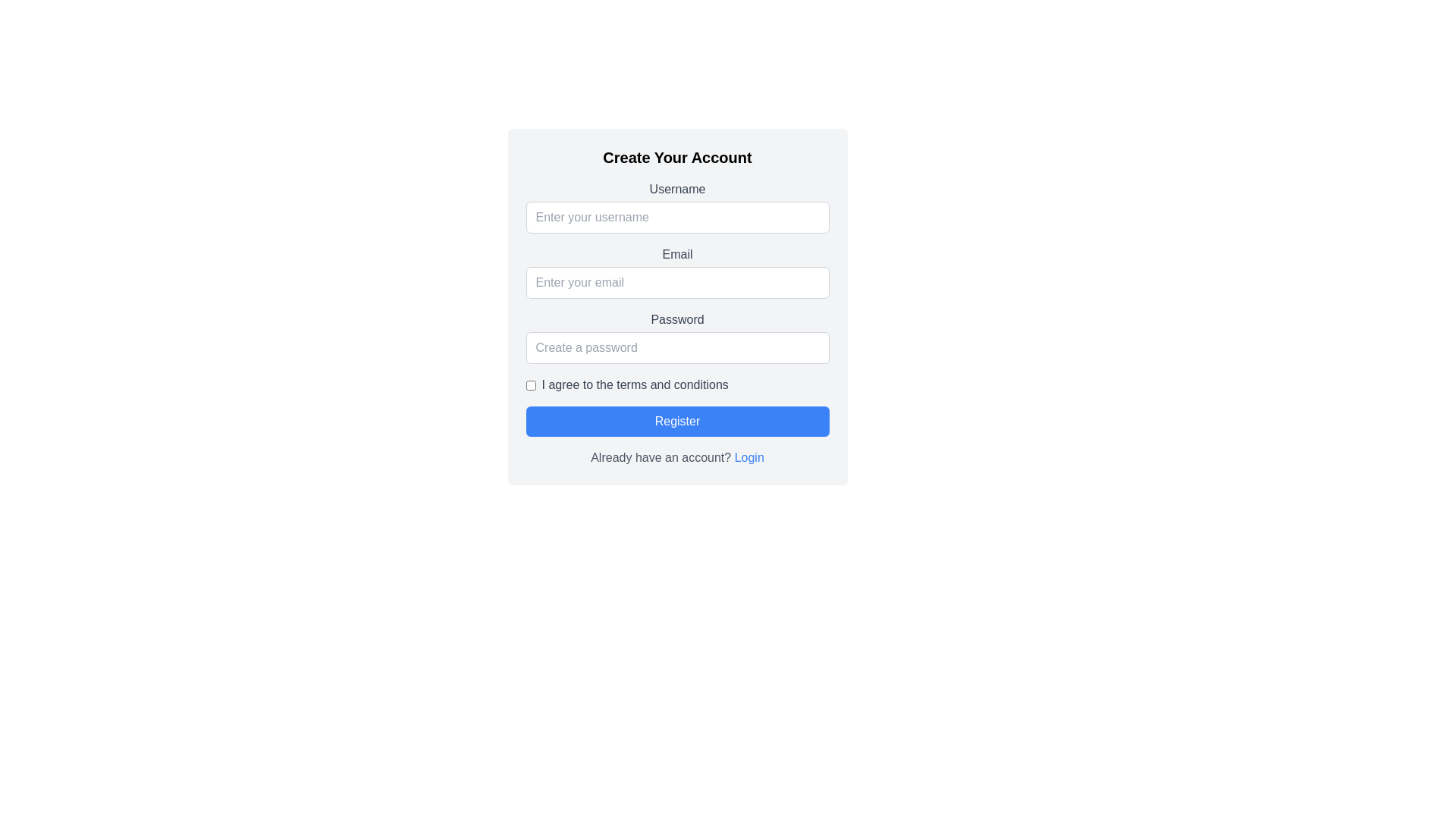  What do you see at coordinates (531, 384) in the screenshot?
I see `the checkbox input located to the left of the label 'I agree to the terms and conditions' within the registration form` at bounding box center [531, 384].